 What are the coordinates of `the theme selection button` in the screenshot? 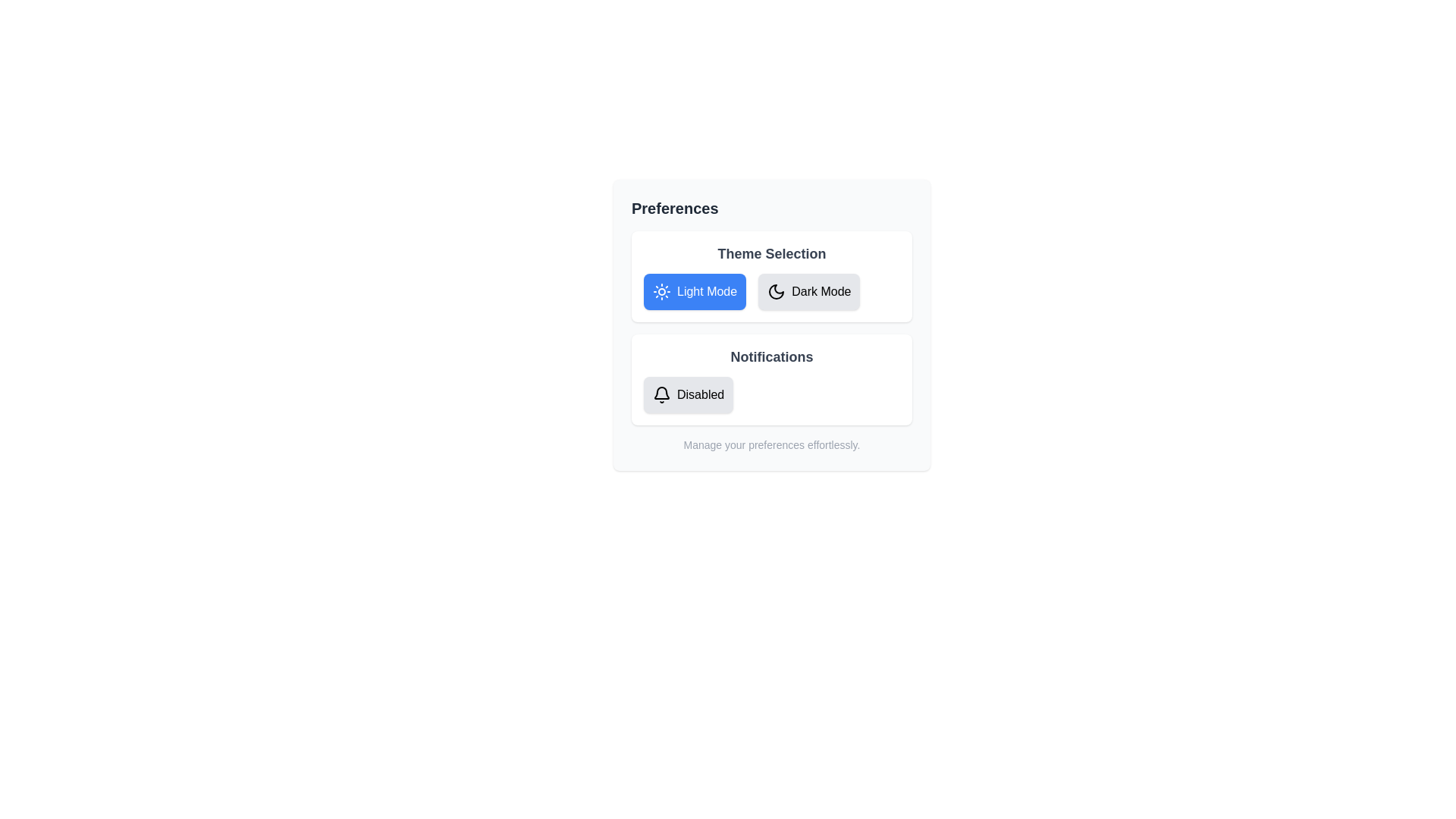 It's located at (808, 292).